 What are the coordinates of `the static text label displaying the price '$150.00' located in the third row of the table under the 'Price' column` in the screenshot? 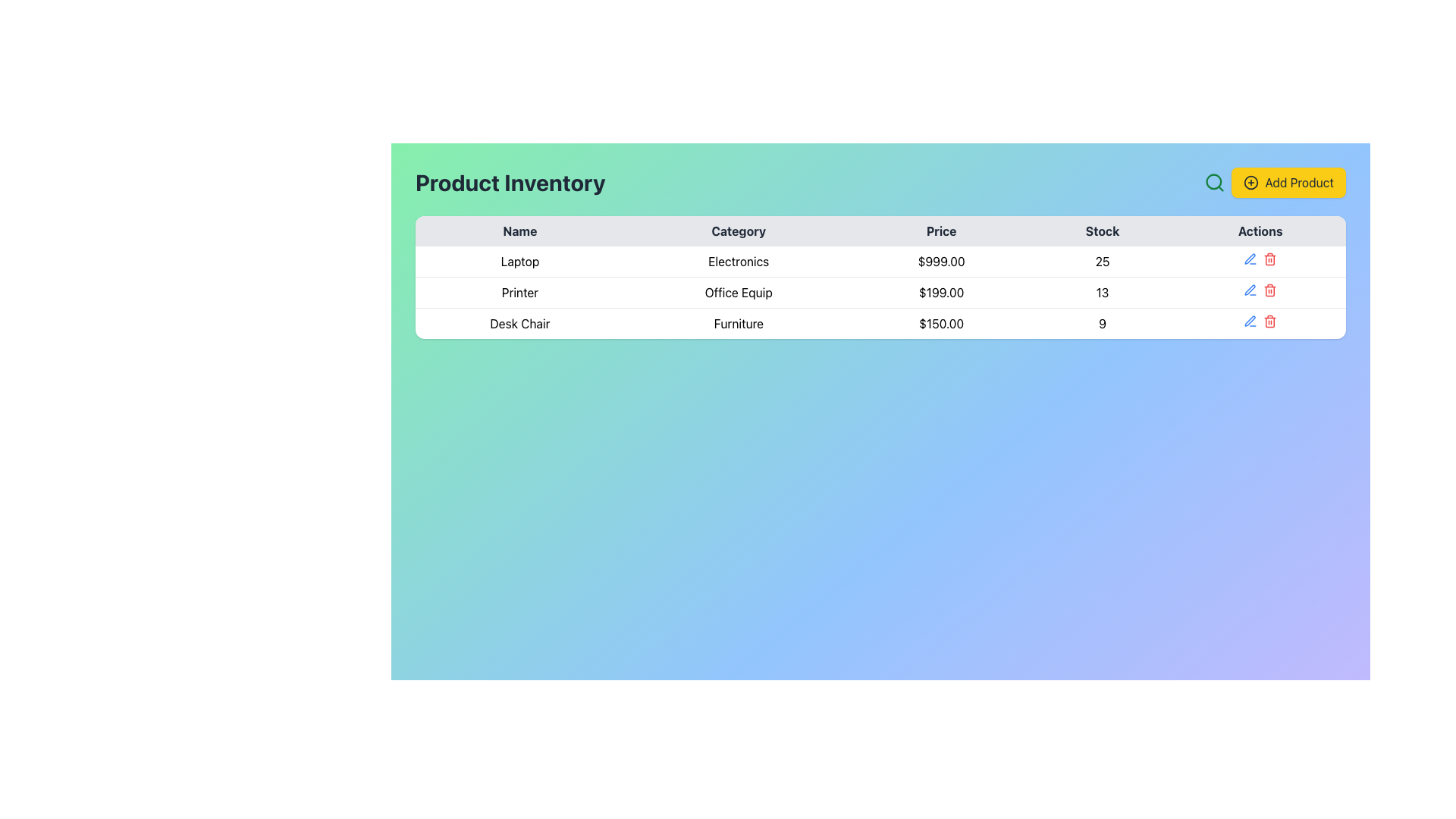 It's located at (940, 322).